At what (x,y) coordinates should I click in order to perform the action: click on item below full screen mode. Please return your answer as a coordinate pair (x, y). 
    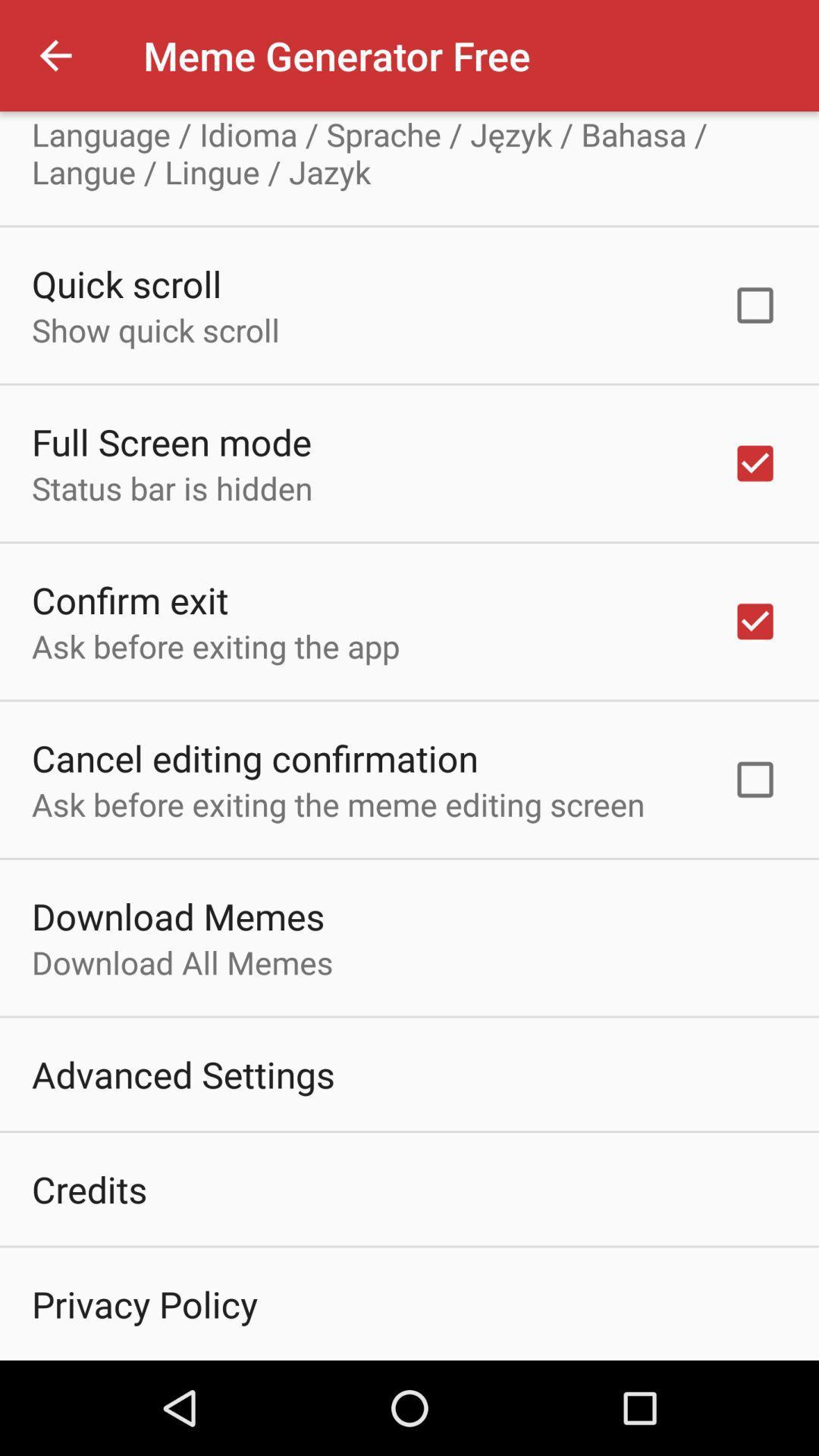
    Looking at the image, I should click on (171, 488).